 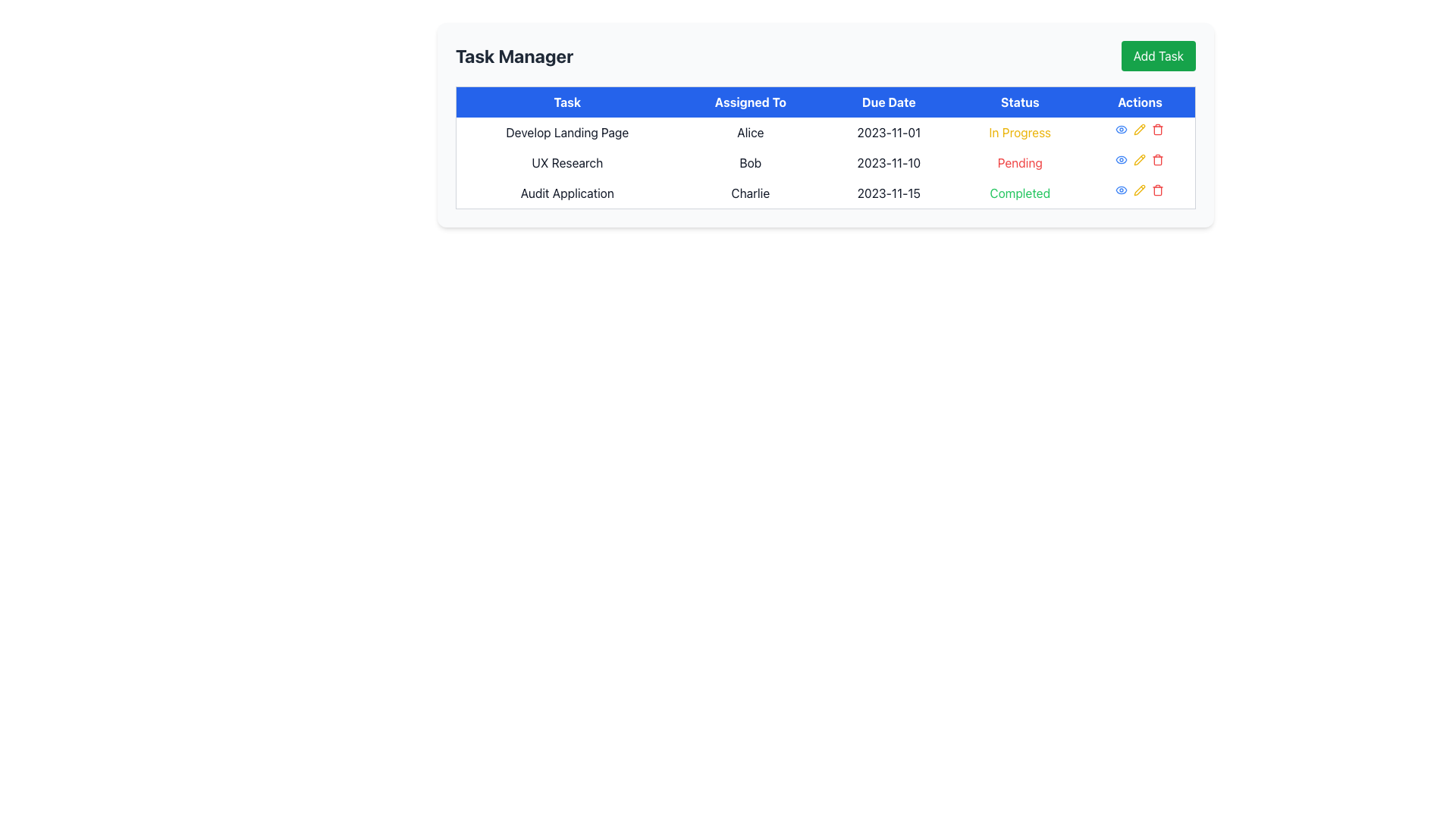 What do you see at coordinates (1140, 160) in the screenshot?
I see `the pencil icon in the 'Actions' column of the 'UX Research' task assigned to 'Bob' to initiate editing the task` at bounding box center [1140, 160].